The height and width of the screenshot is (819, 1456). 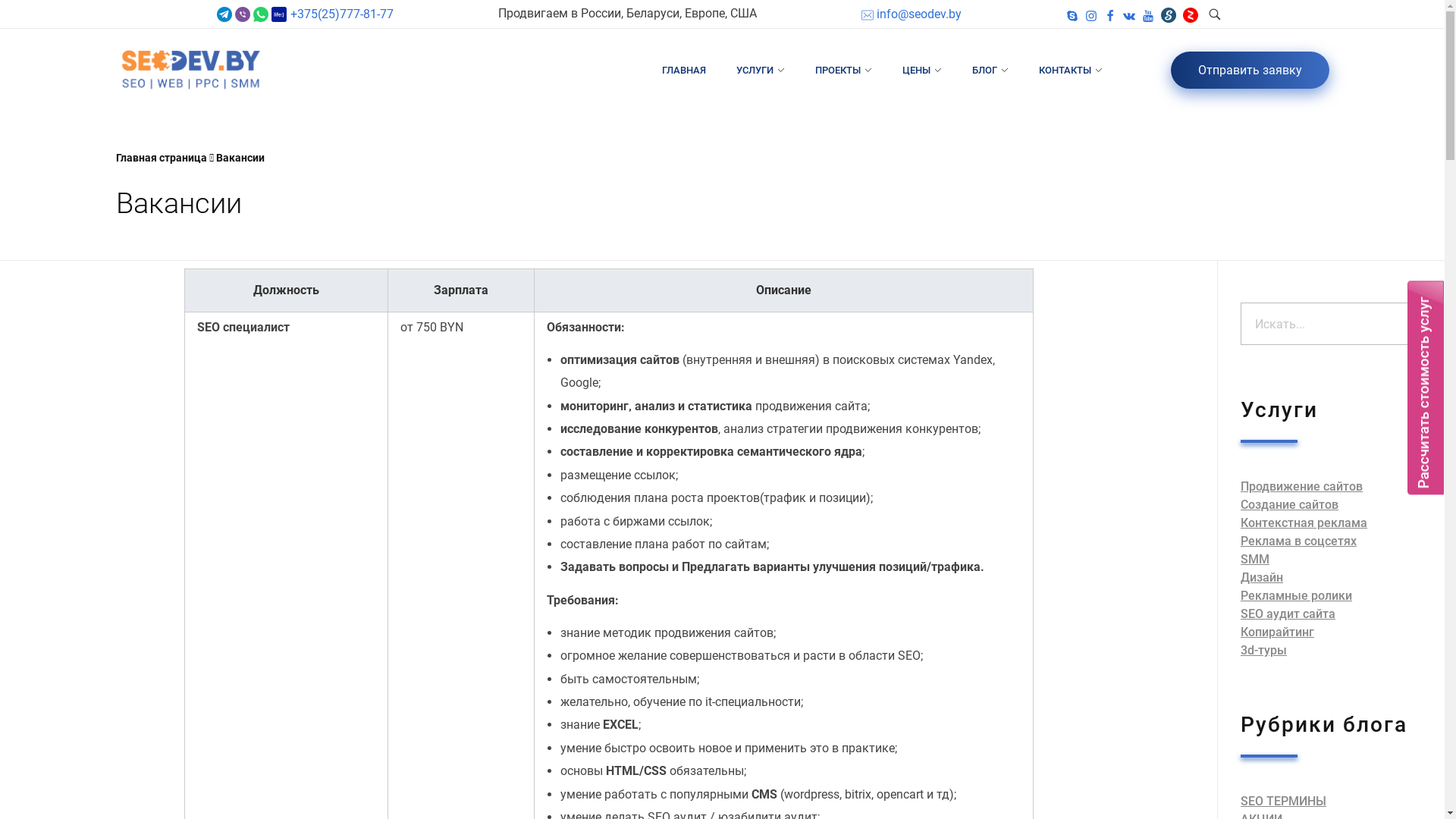 I want to click on '+375(25)777-81-77', so click(x=339, y=14).